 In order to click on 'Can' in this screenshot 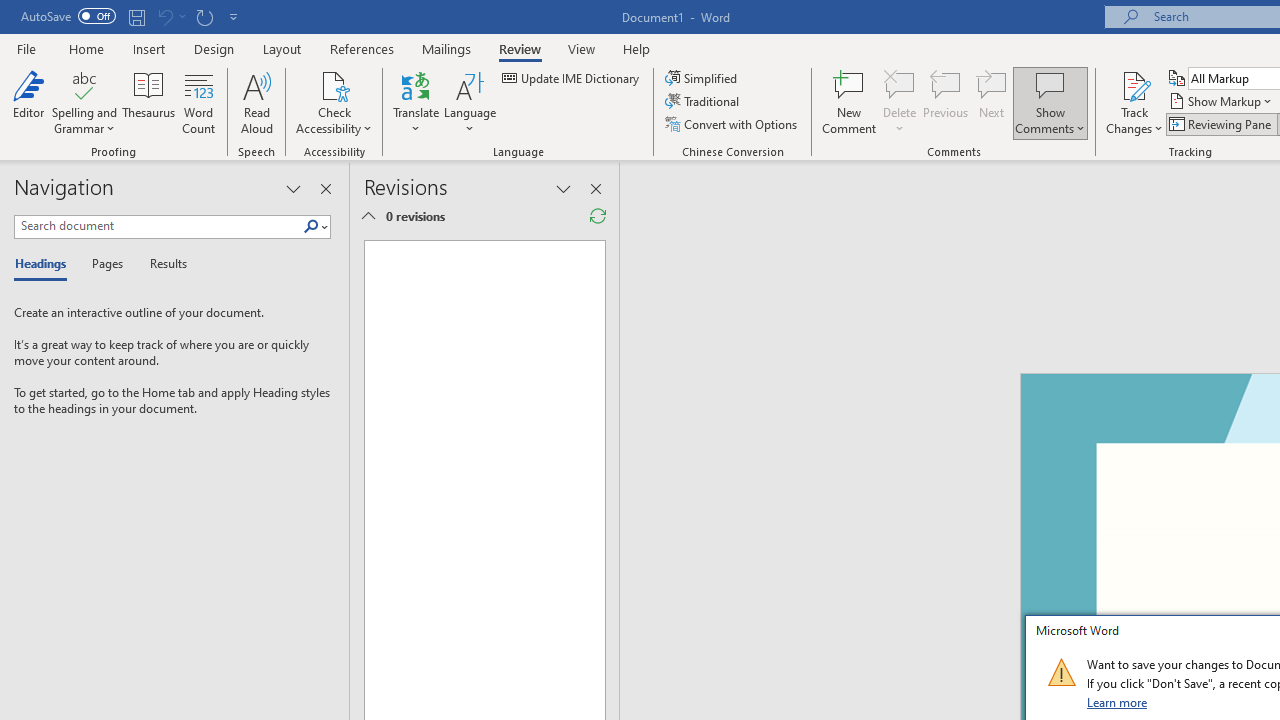, I will do `click(164, 16)`.